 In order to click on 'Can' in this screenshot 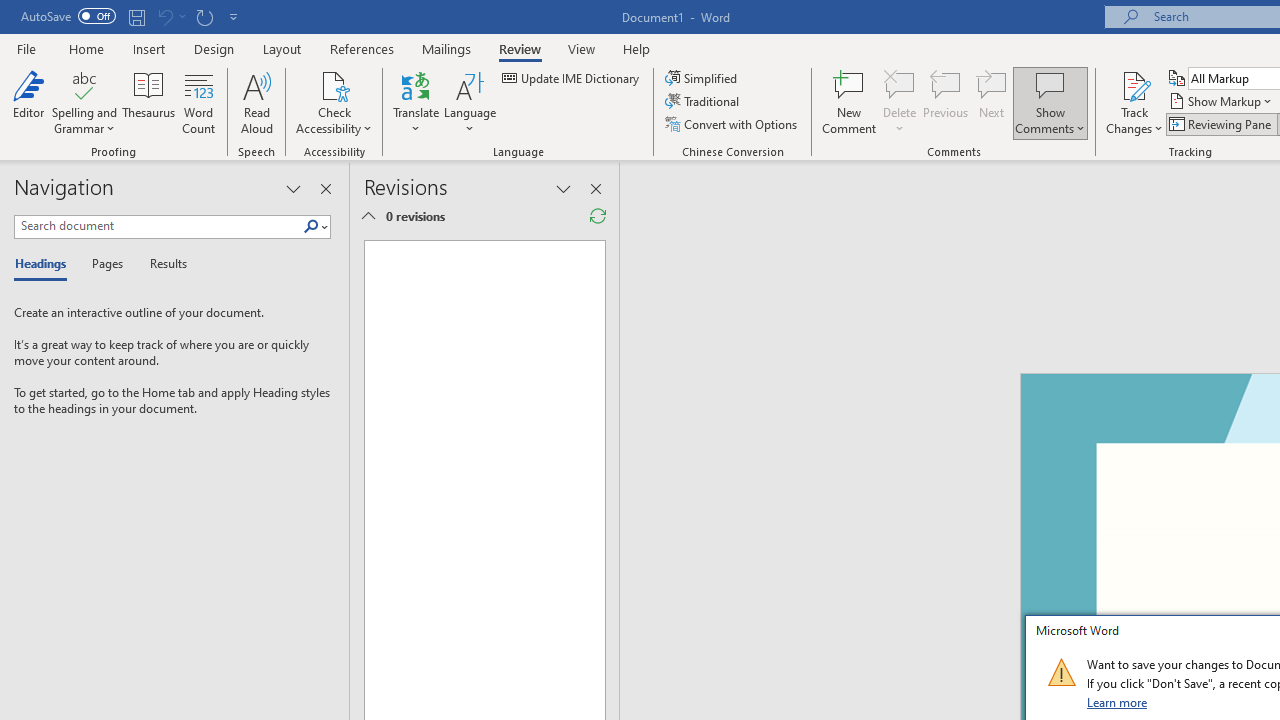, I will do `click(164, 16)`.